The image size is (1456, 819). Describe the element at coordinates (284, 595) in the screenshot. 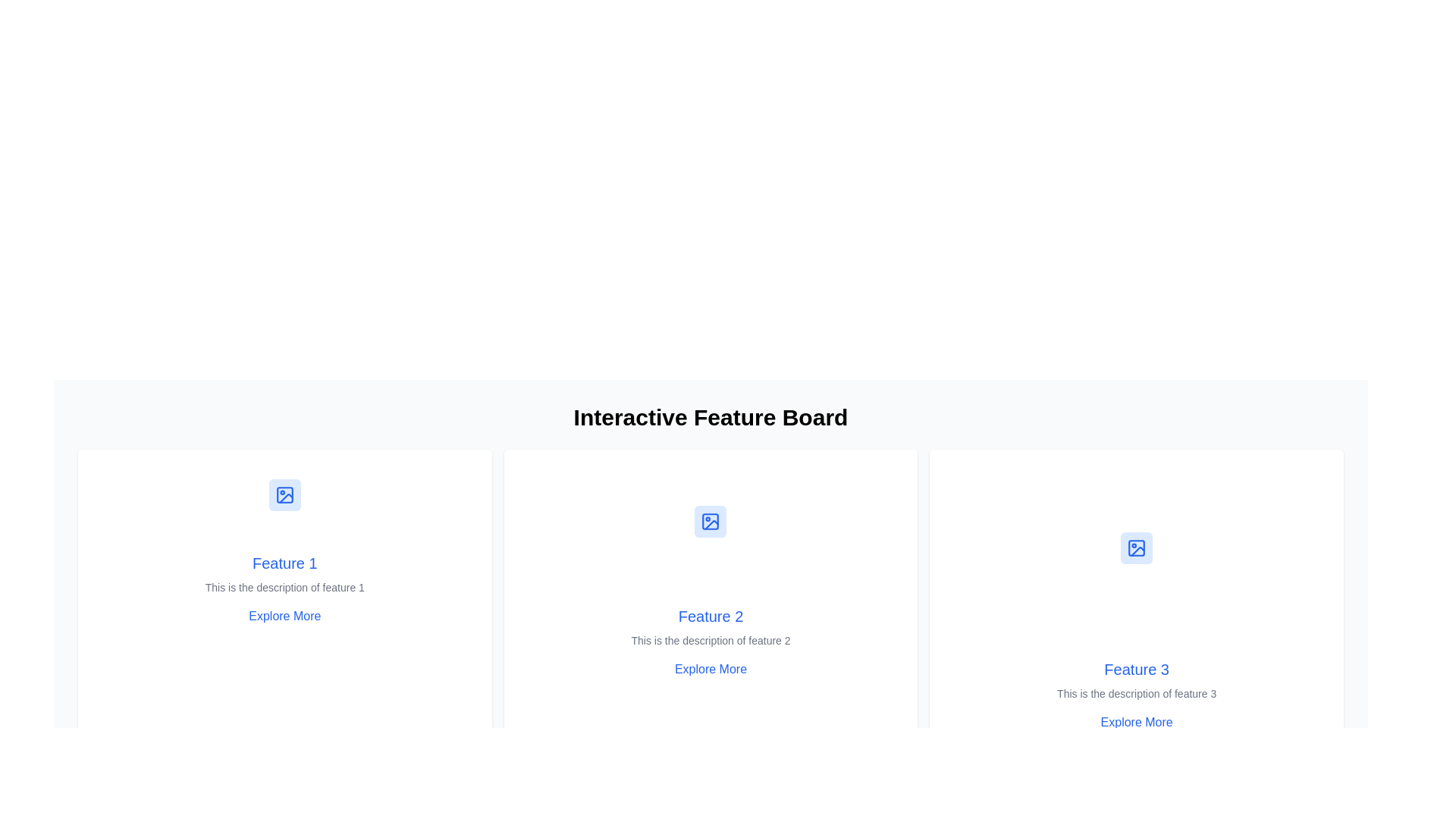

I see `the 'Explore More' link on the Feature card titled 'Feature 1', which is positioned in the top-left corner of the grid layout` at that location.